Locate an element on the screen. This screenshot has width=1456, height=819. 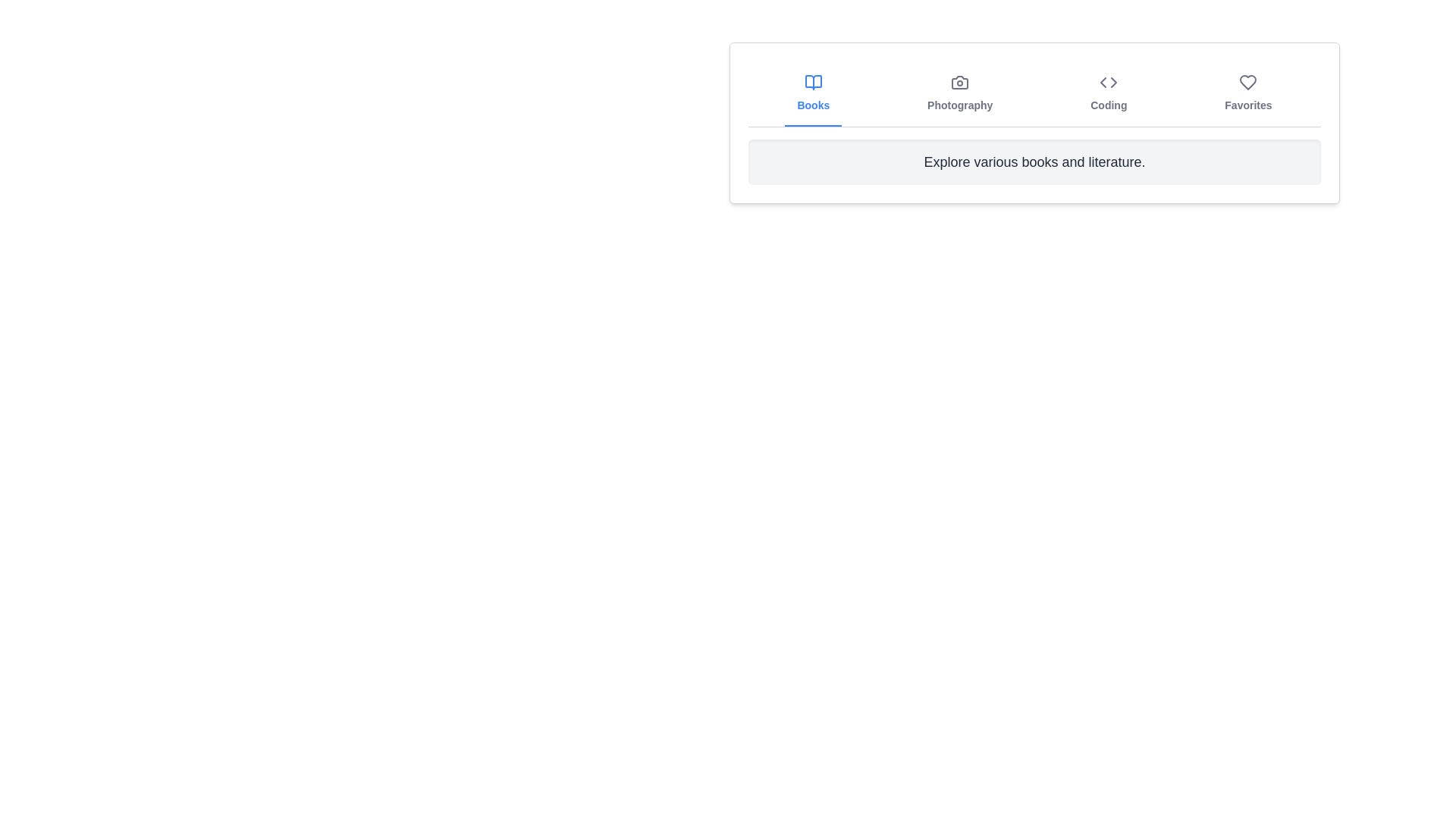
the 'Favorites' navigation button is located at coordinates (1248, 93).